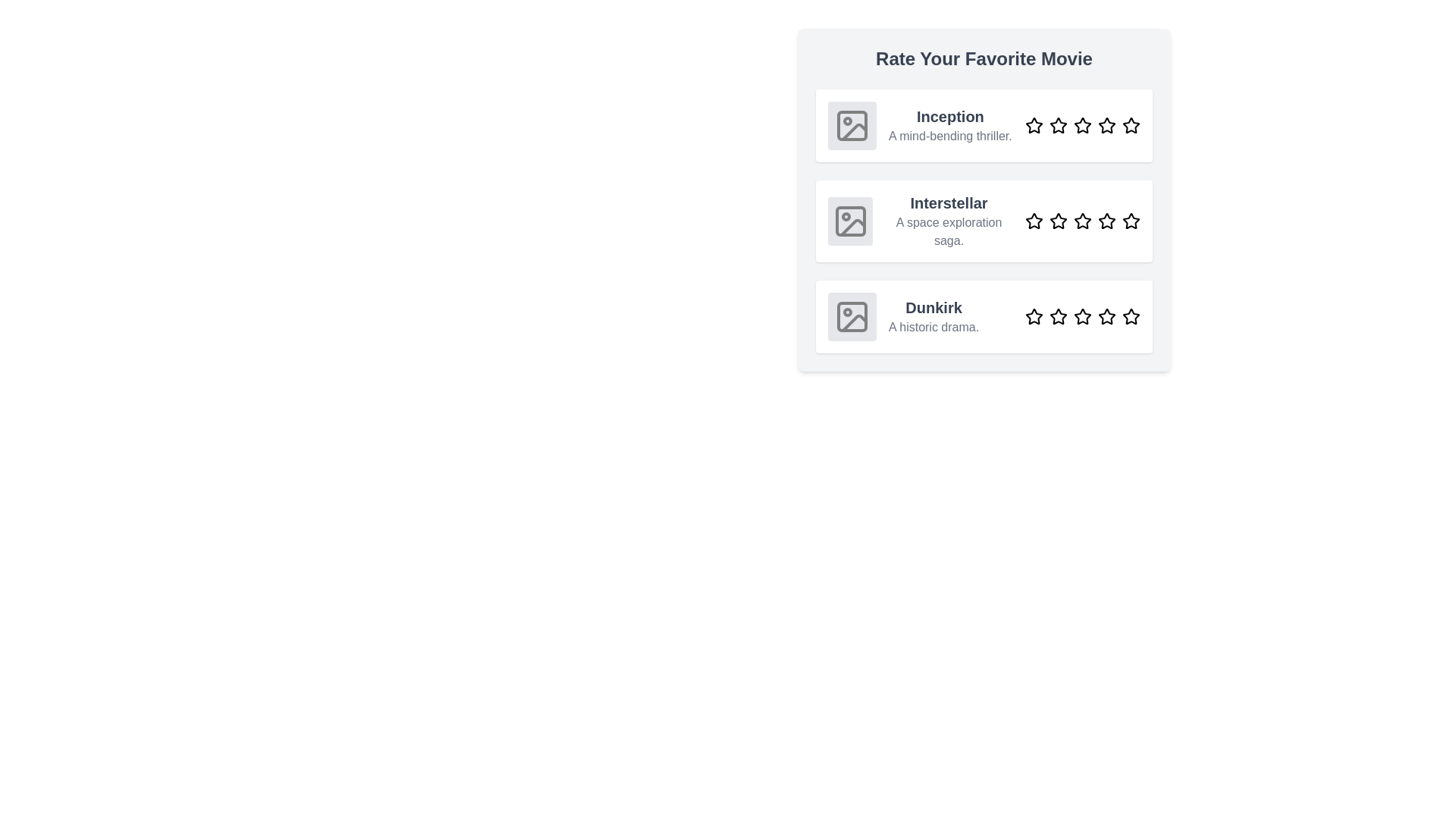  What do you see at coordinates (1058, 124) in the screenshot?
I see `the second star icon in the ratings section to set the movie 'Inception' rating to two out of five` at bounding box center [1058, 124].